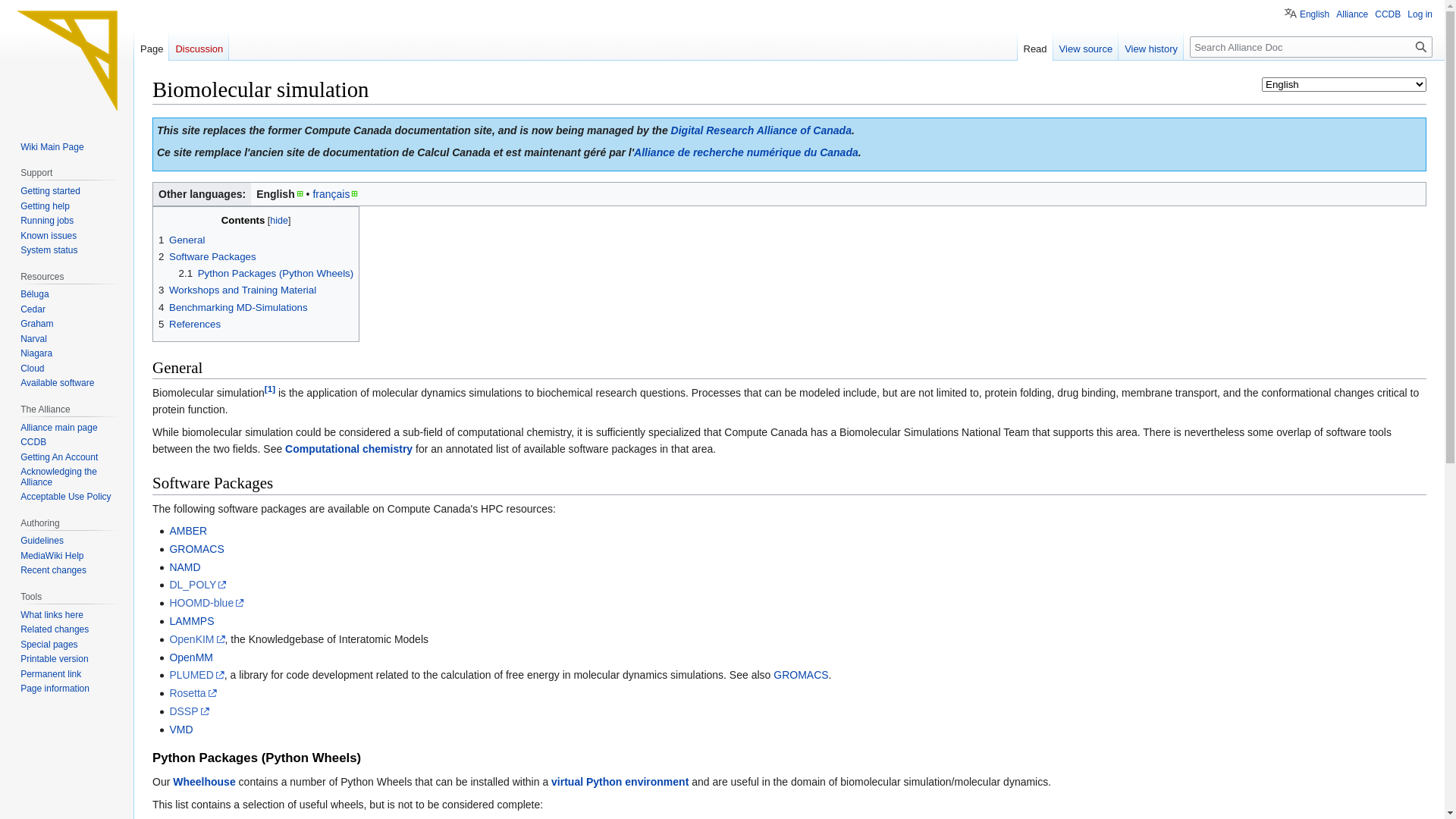 The height and width of the screenshot is (819, 1456). Describe the element at coordinates (761, 130) in the screenshot. I see `'Digital Research Alliance of Canada'` at that location.